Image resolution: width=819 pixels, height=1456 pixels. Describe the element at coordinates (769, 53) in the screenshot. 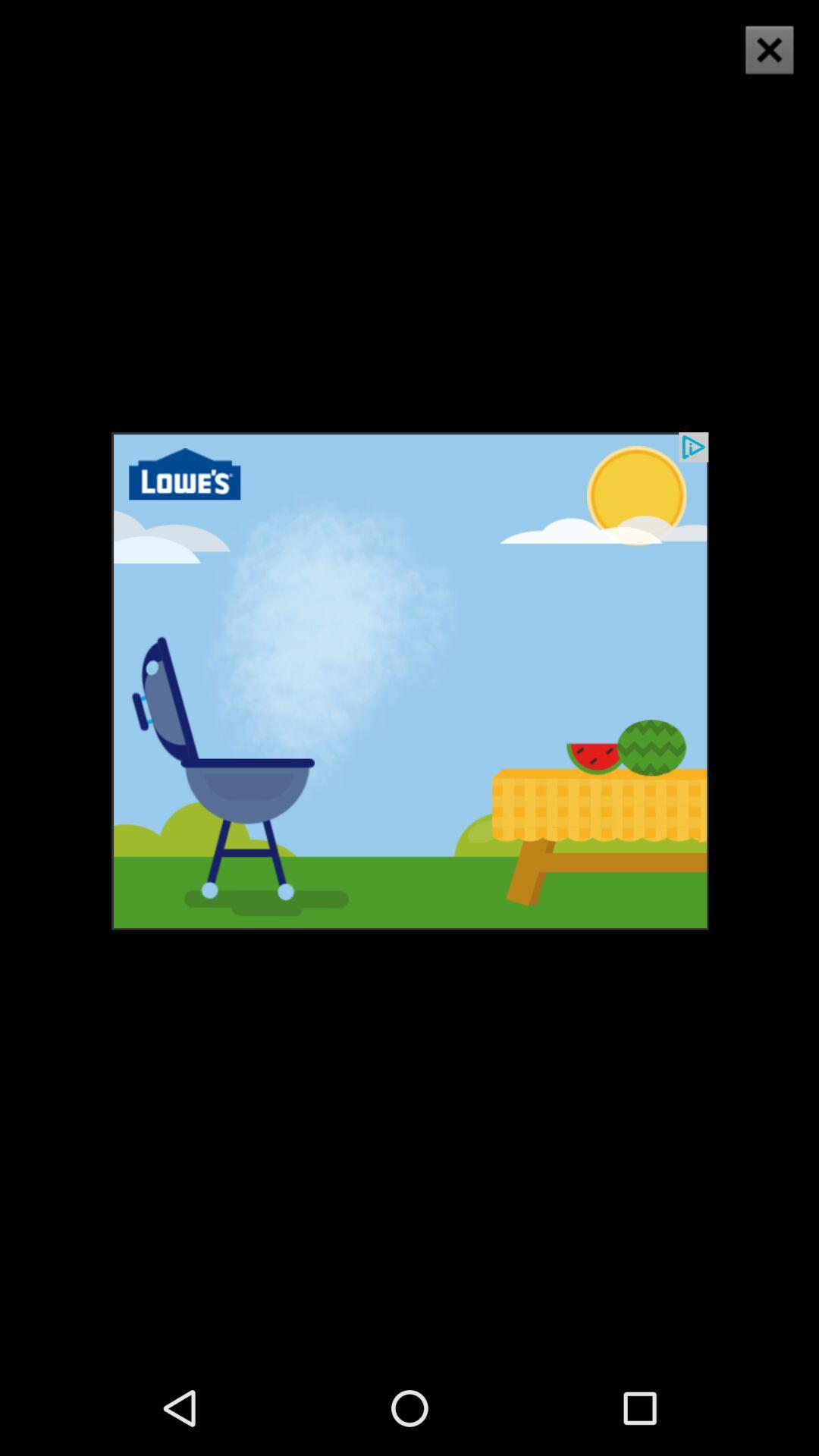

I see `the close icon` at that location.